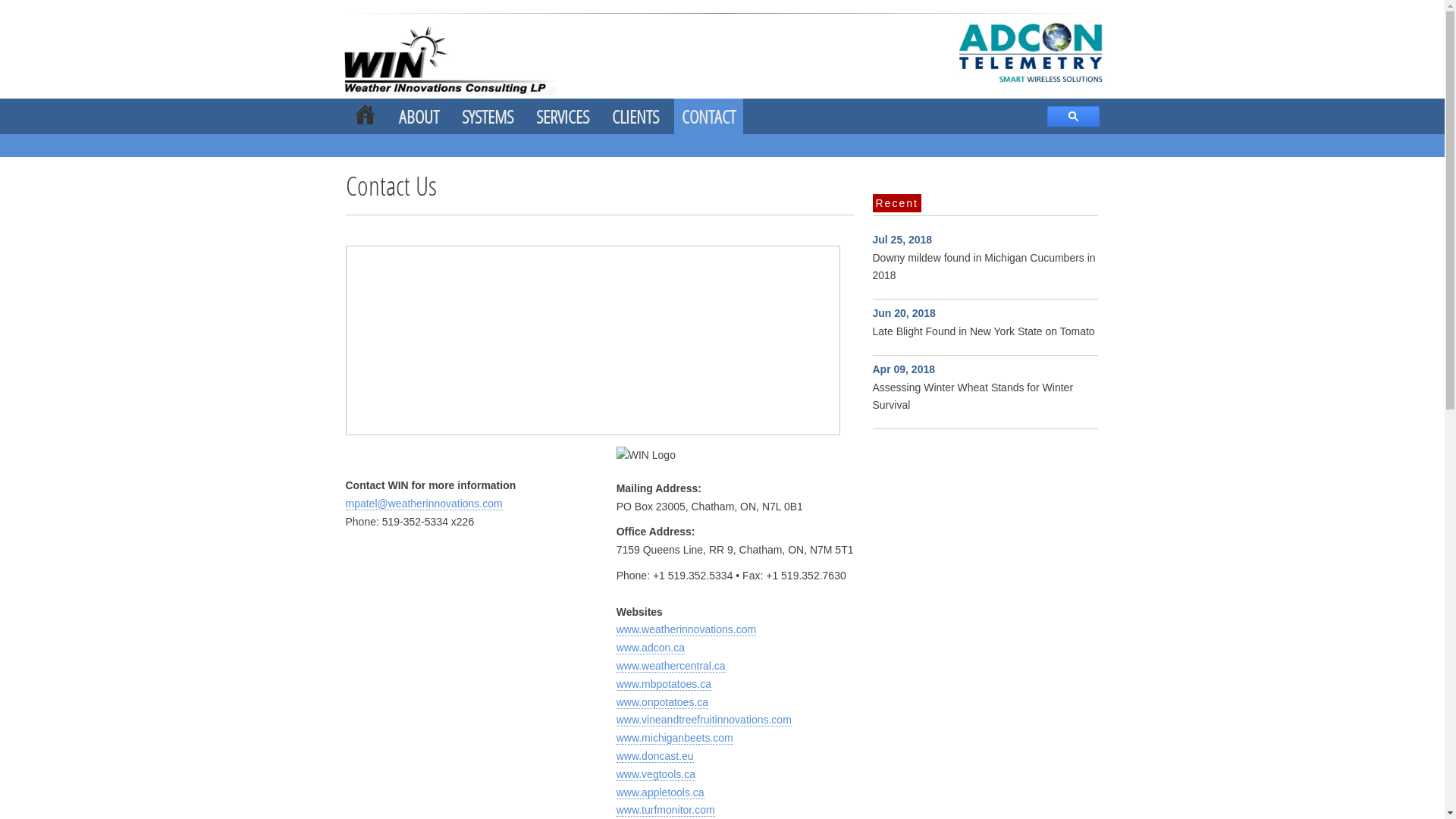 Image resolution: width=1456 pixels, height=819 pixels. I want to click on 'www.mbpotatoes.ca', so click(664, 684).